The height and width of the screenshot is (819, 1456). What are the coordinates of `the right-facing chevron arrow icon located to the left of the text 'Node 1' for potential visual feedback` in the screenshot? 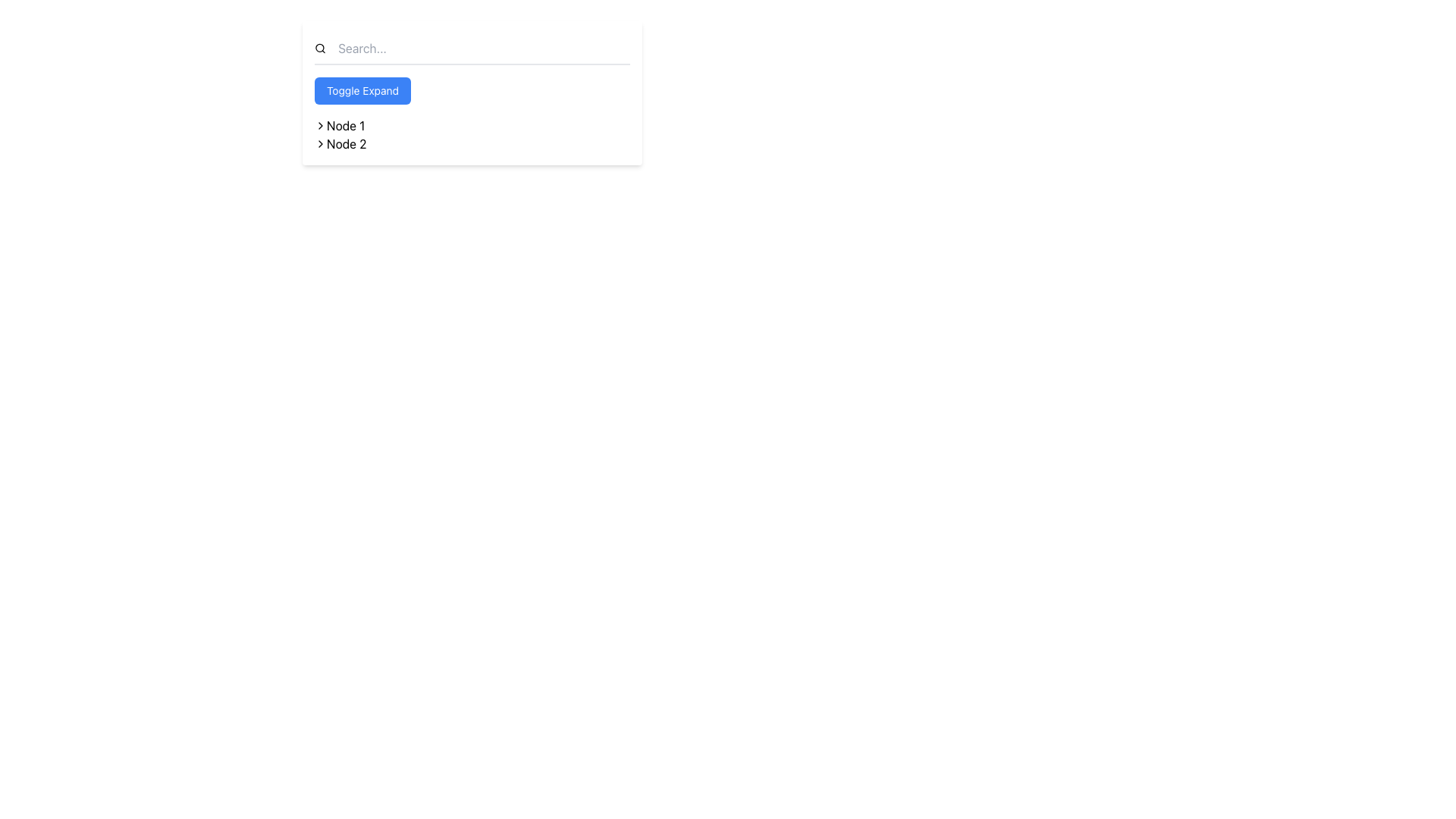 It's located at (319, 124).